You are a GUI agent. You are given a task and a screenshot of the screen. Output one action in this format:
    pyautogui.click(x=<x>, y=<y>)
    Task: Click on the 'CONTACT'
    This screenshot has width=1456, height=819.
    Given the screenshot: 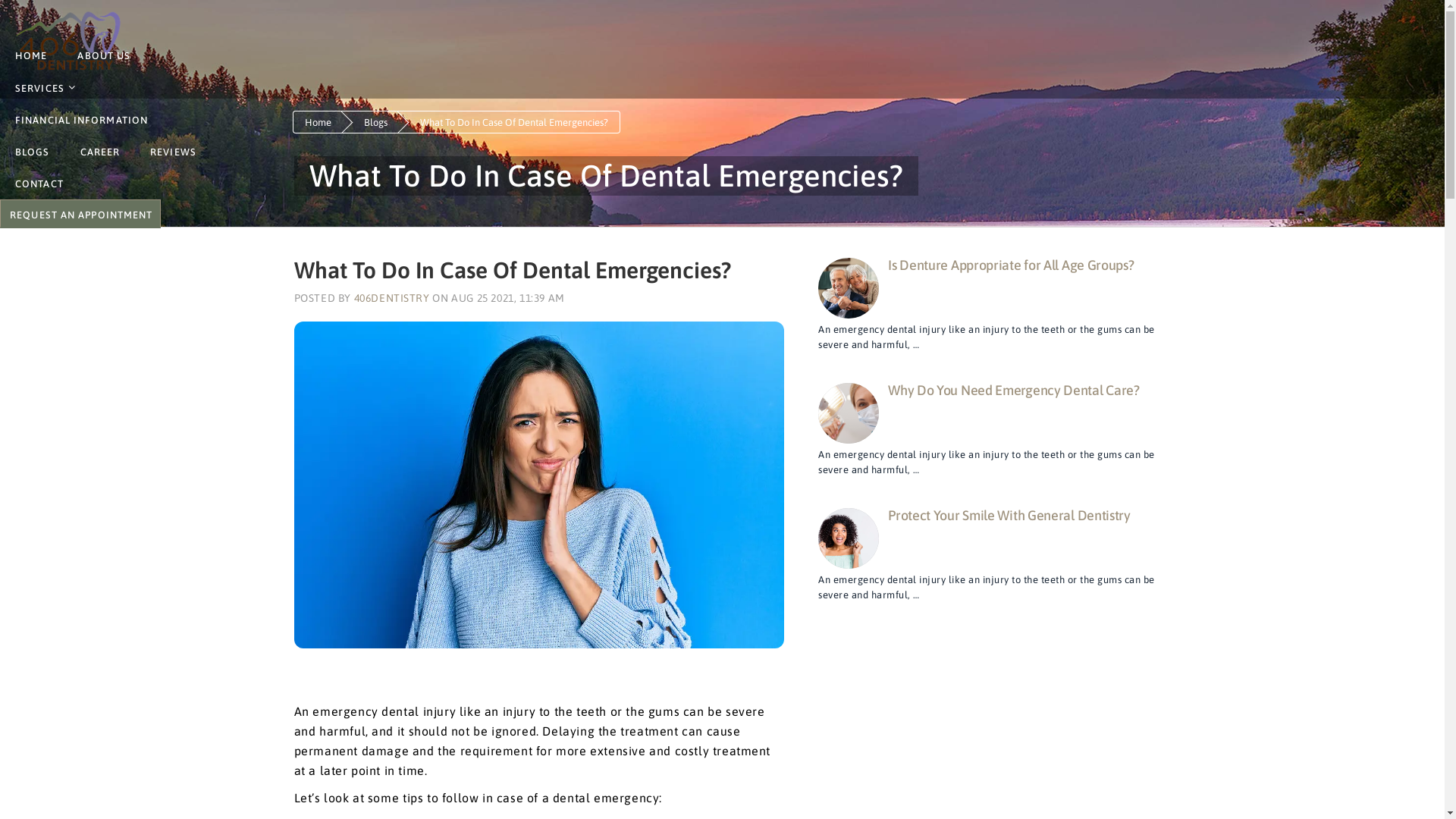 What is the action you would take?
    pyautogui.click(x=39, y=183)
    